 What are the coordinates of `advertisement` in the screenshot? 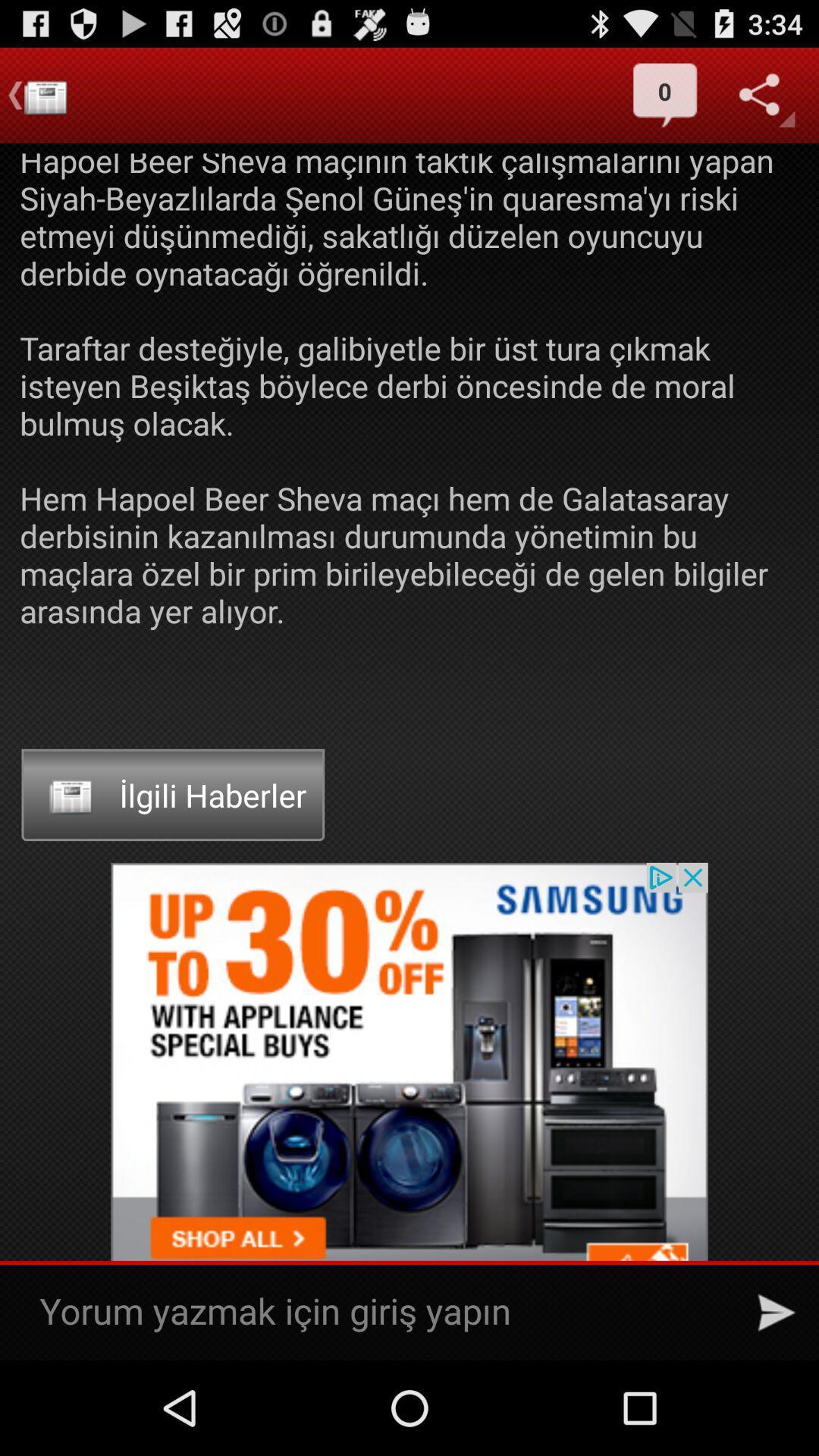 It's located at (409, 1111).